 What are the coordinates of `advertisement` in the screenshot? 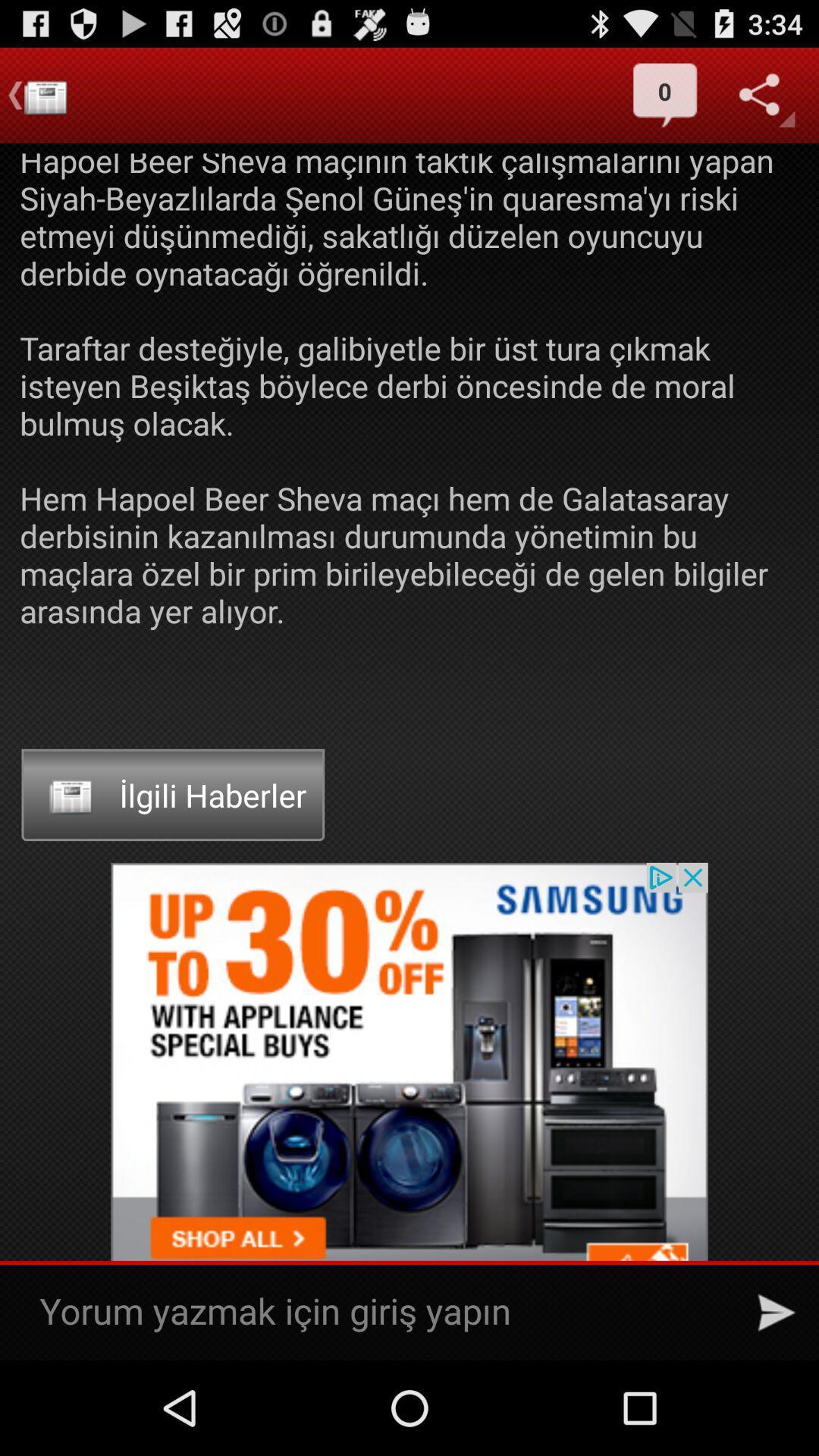 It's located at (409, 1111).